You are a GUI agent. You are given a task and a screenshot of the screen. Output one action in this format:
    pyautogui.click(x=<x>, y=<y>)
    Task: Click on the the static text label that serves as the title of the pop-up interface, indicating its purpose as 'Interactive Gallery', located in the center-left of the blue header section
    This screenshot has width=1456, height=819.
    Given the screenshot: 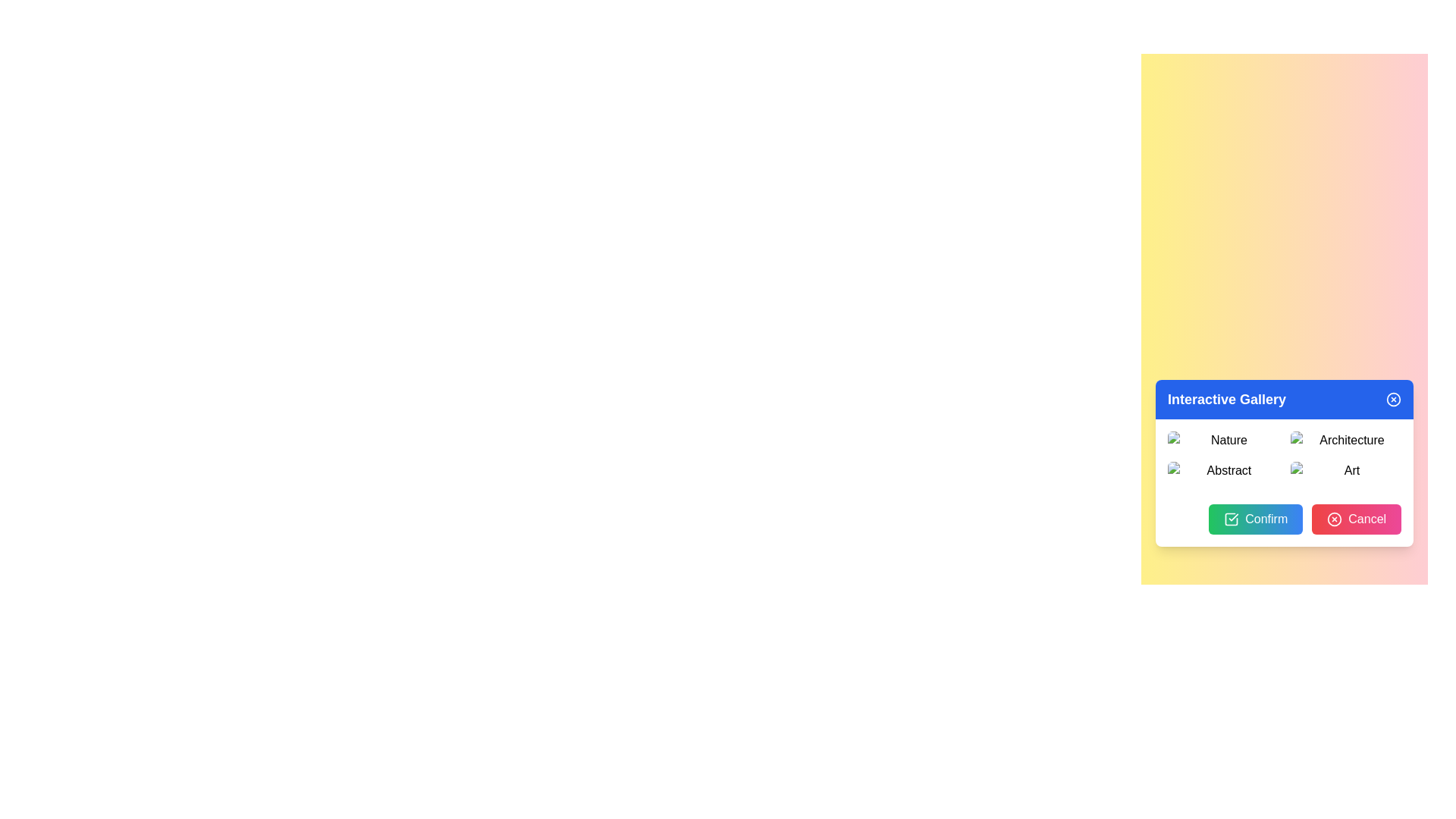 What is the action you would take?
    pyautogui.click(x=1226, y=399)
    